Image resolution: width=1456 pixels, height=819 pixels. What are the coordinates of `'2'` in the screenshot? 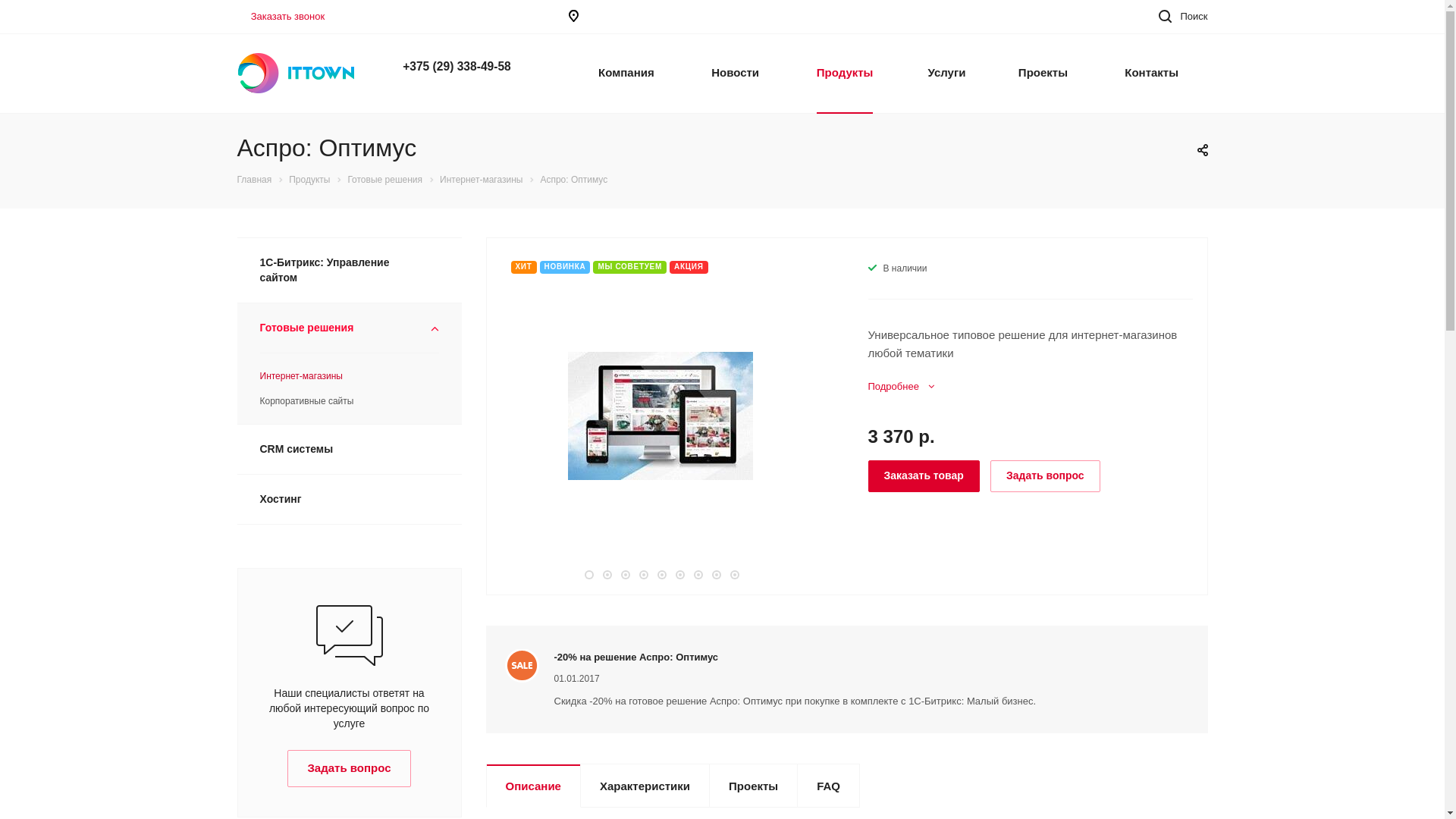 It's located at (603, 575).